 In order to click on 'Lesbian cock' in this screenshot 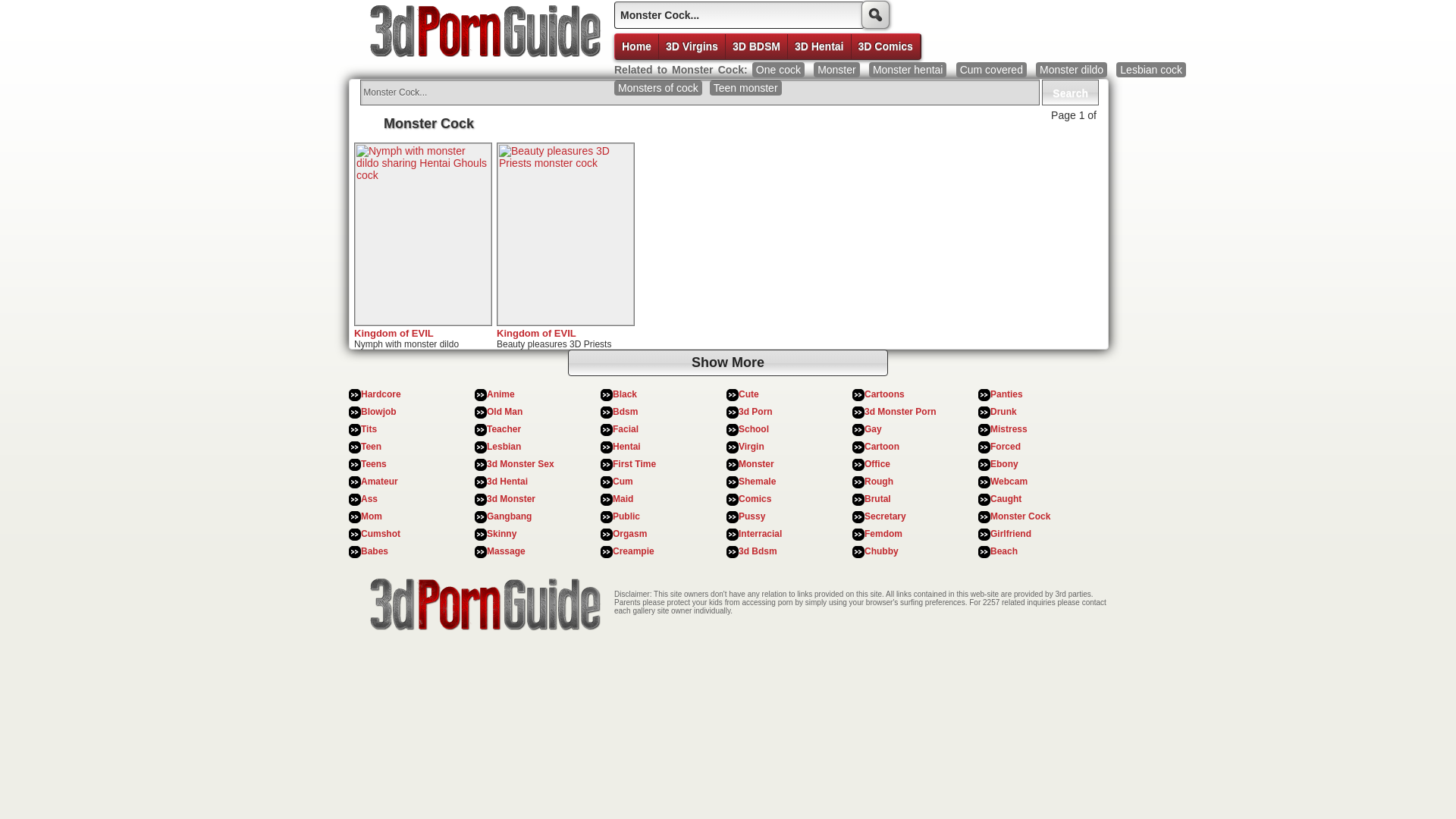, I will do `click(1116, 70)`.